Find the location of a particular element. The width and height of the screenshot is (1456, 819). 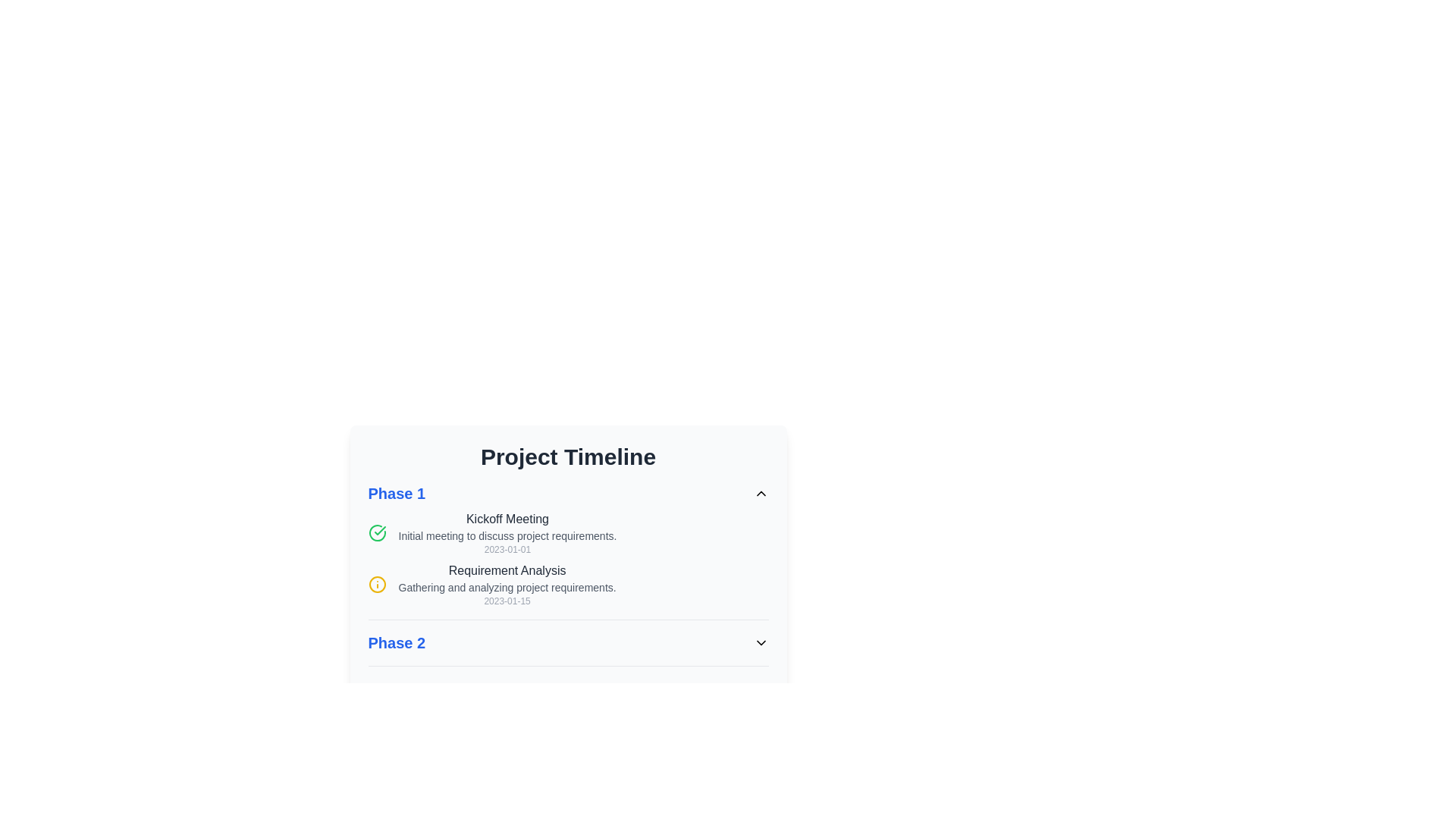

the 'Kickoff Meeting' text label, which is a bold, medium-sized text in dark gray color located above the descriptive text in the 'Phase 1' section of the 'Project Timeline' is located at coordinates (507, 519).